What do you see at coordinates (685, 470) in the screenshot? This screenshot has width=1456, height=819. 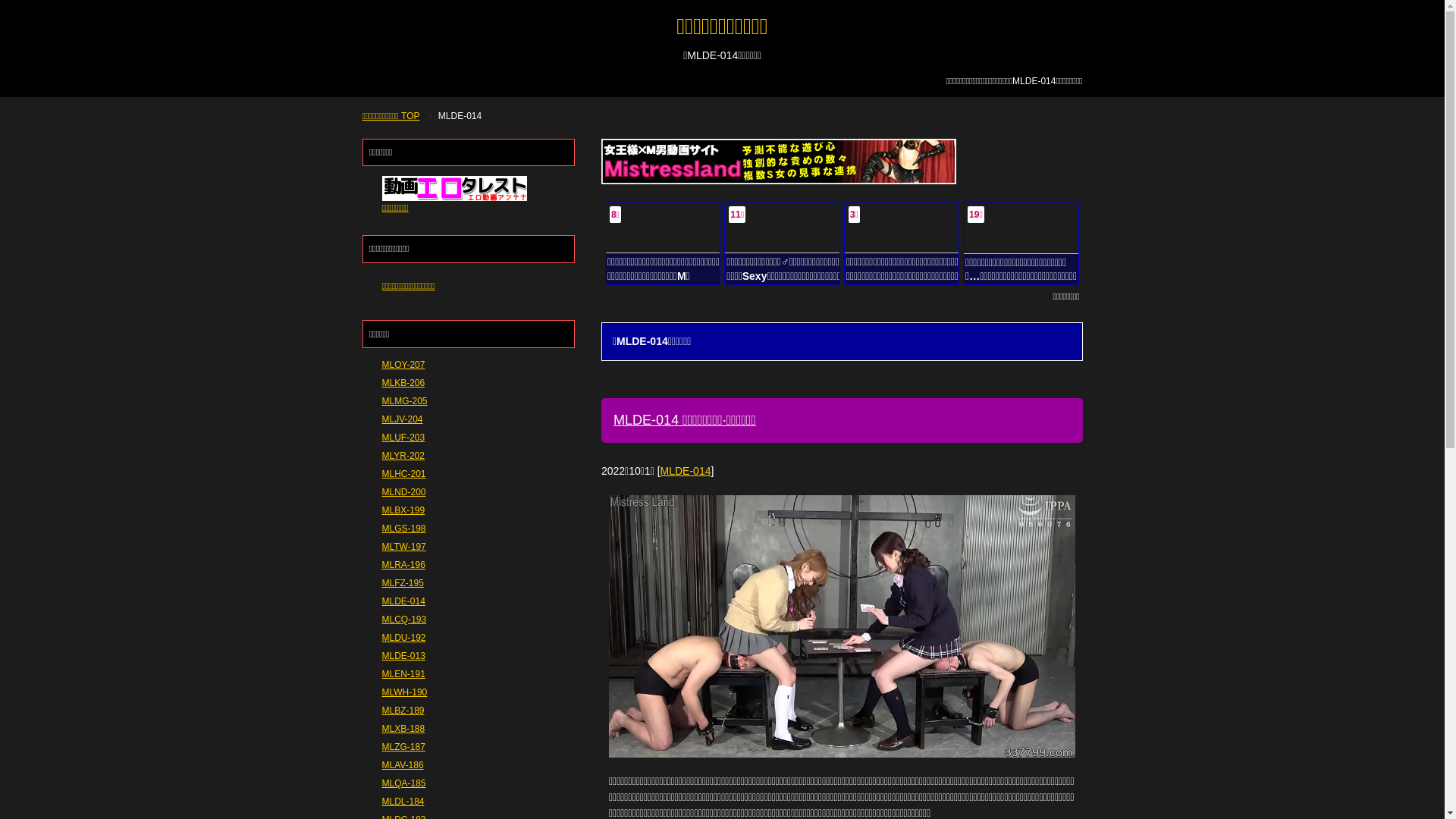 I see `'MLDE-014'` at bounding box center [685, 470].